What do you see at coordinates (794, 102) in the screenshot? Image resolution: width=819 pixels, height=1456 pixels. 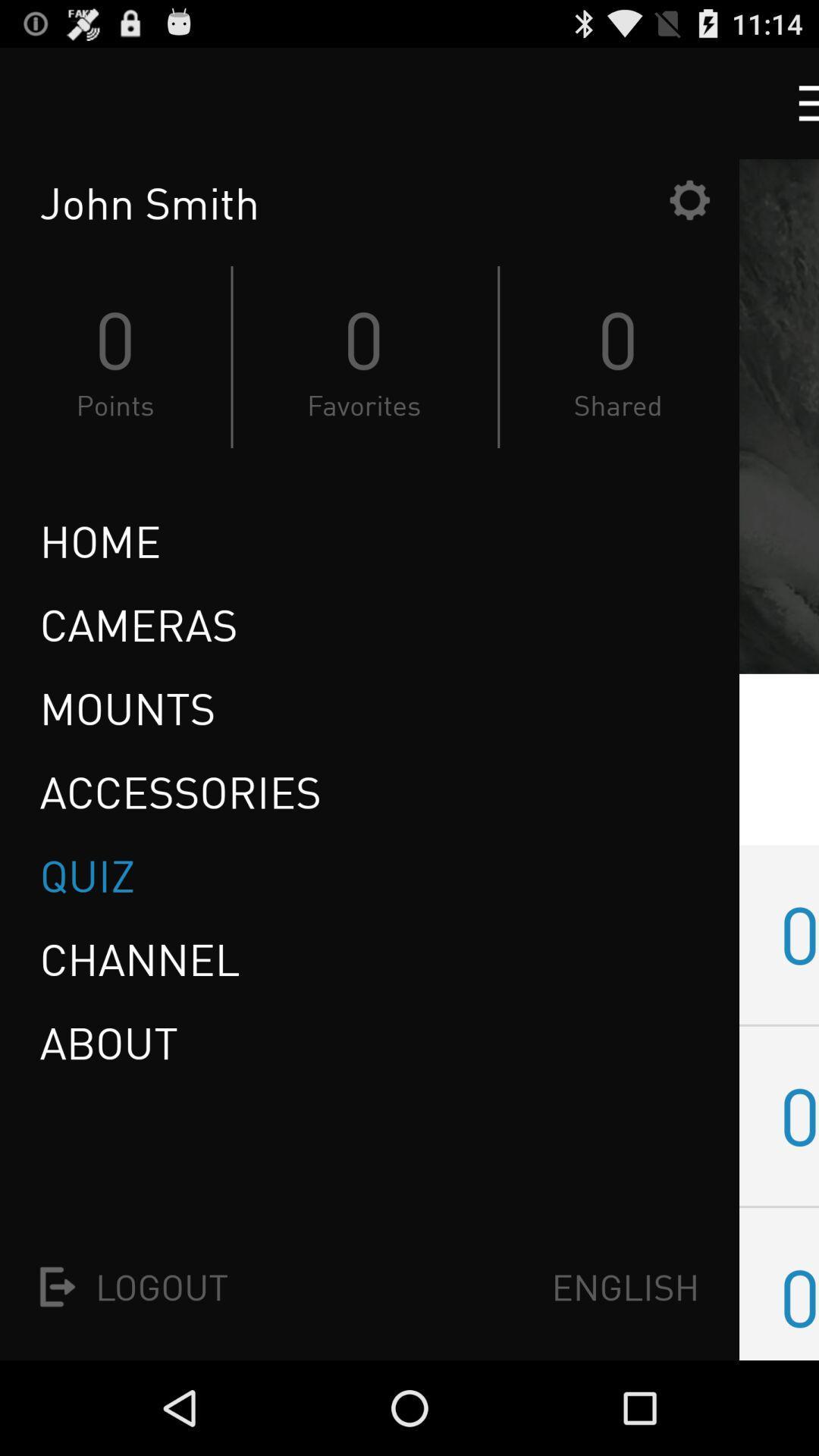 I see `see more options` at bounding box center [794, 102].